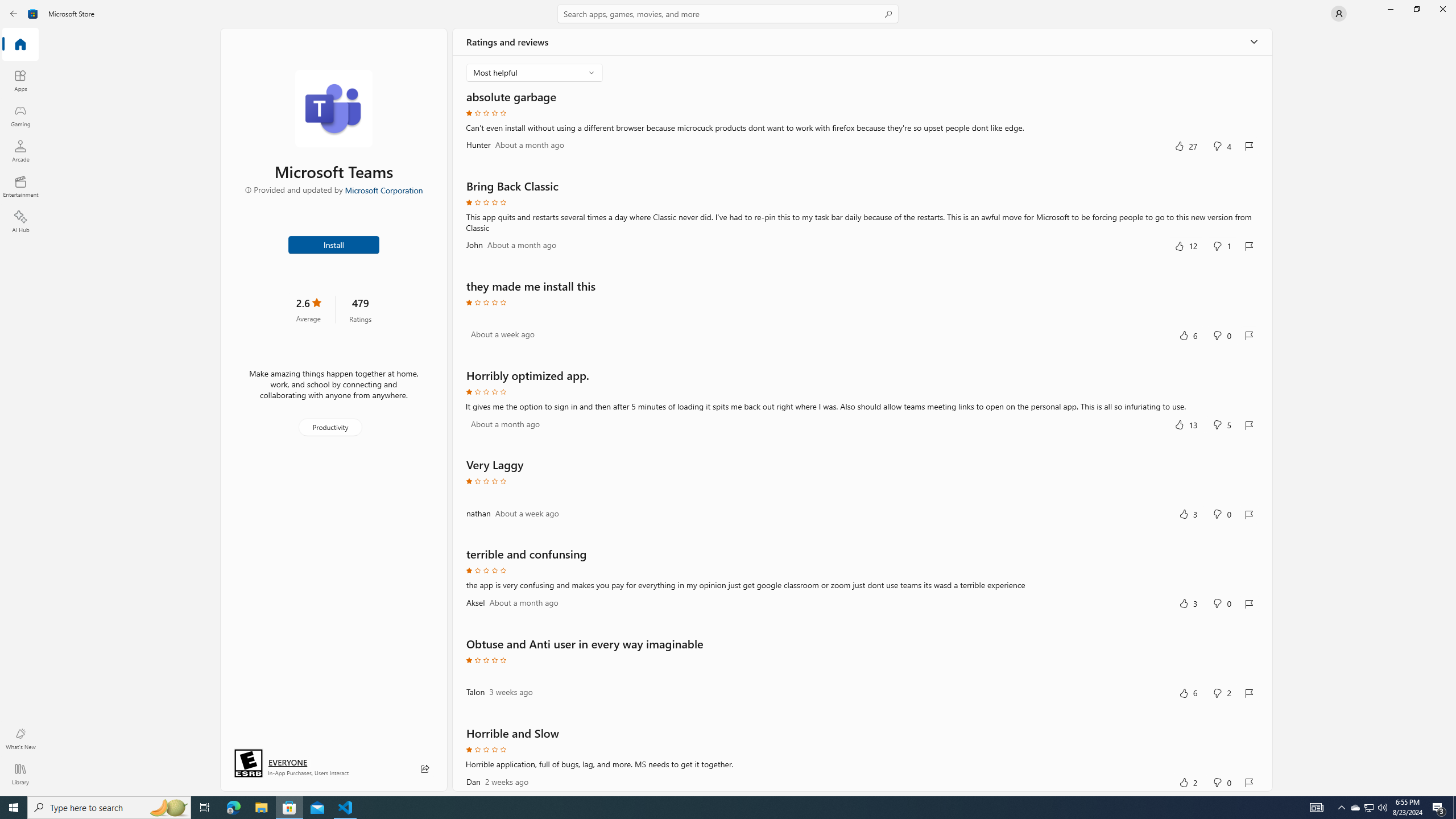 The width and height of the screenshot is (1456, 819). I want to click on 'What', so click(19, 738).